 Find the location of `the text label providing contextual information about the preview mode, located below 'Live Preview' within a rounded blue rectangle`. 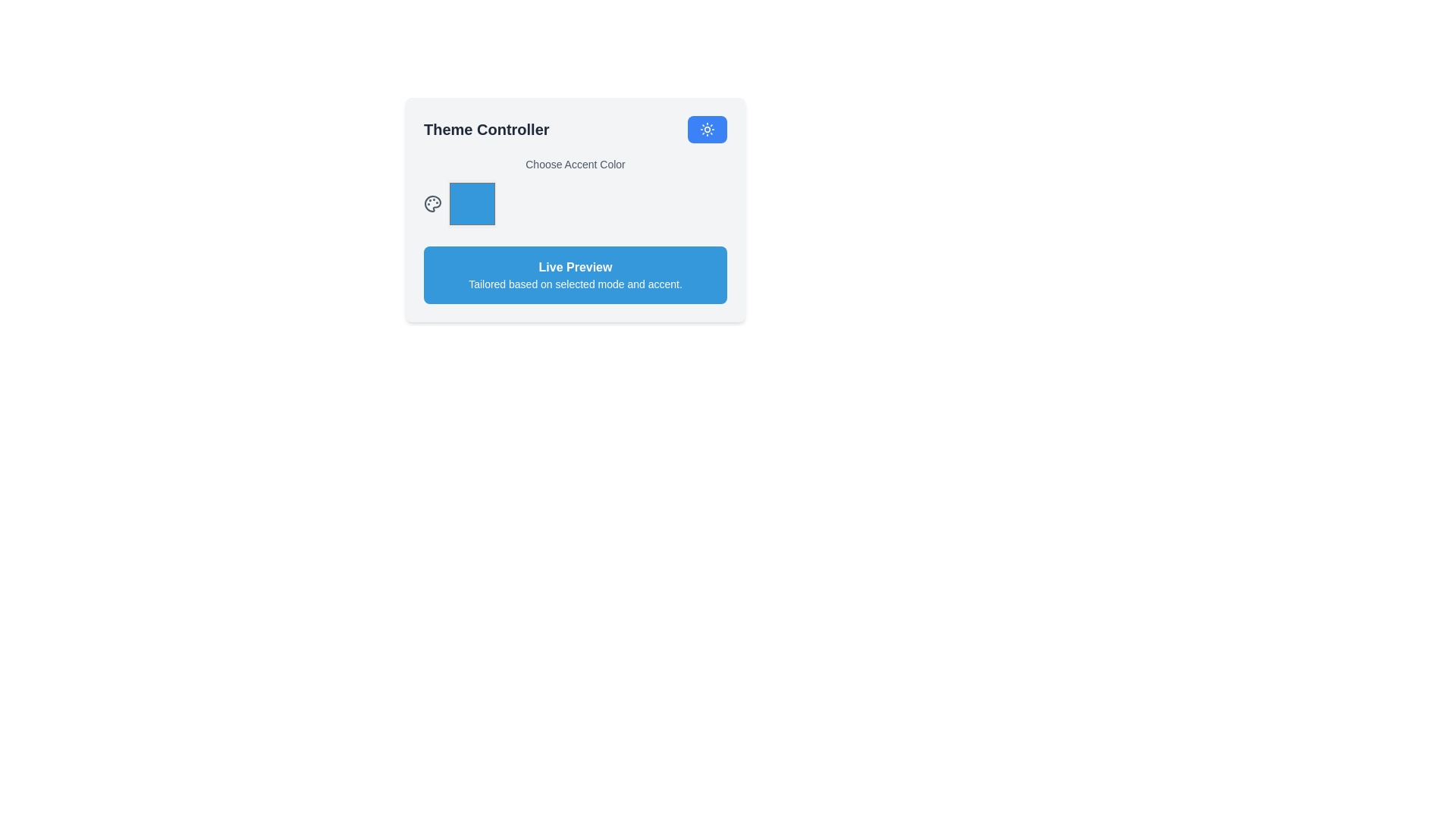

the text label providing contextual information about the preview mode, located below 'Live Preview' within a rounded blue rectangle is located at coordinates (574, 284).